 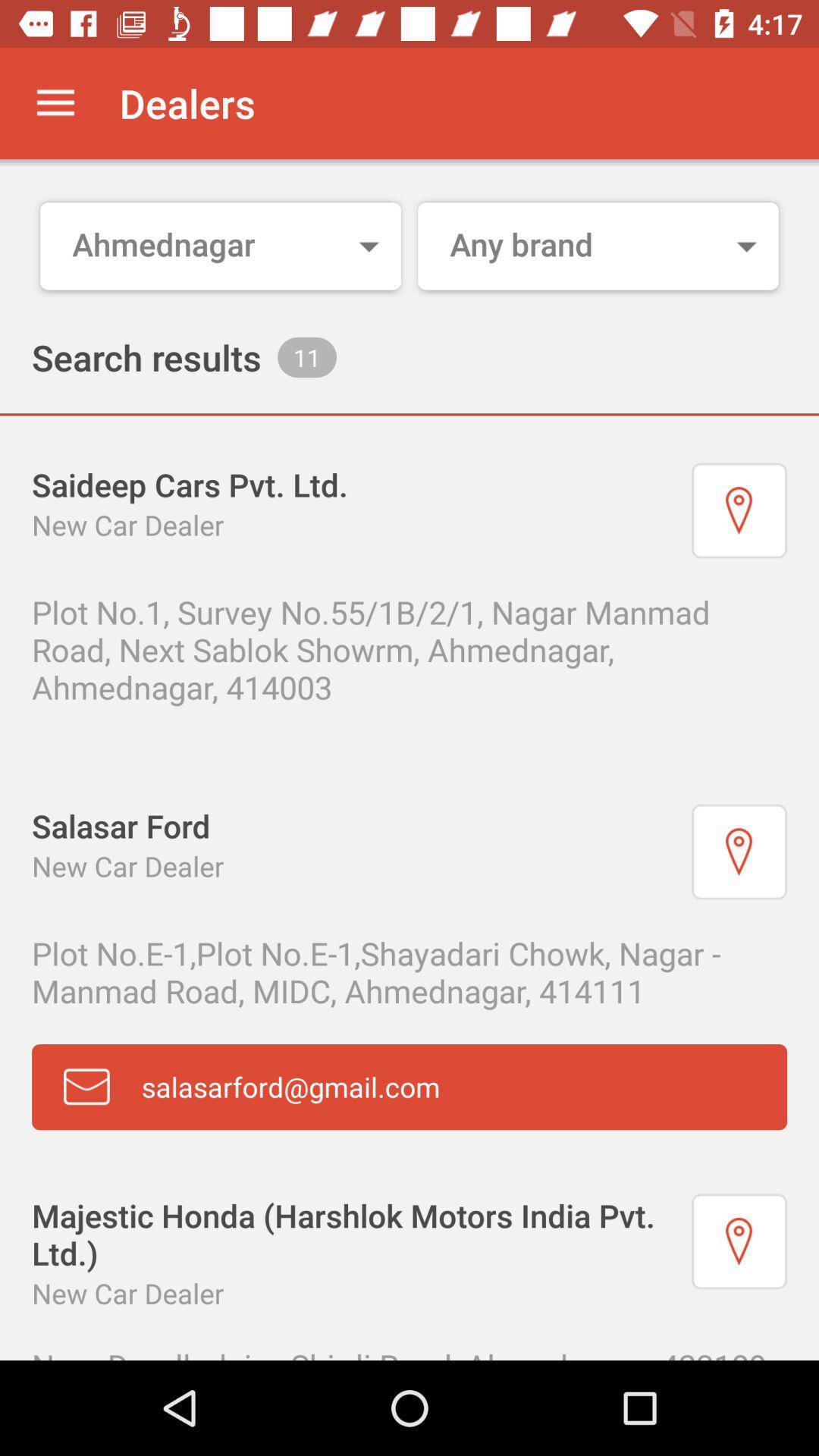 I want to click on dealer, so click(x=739, y=852).